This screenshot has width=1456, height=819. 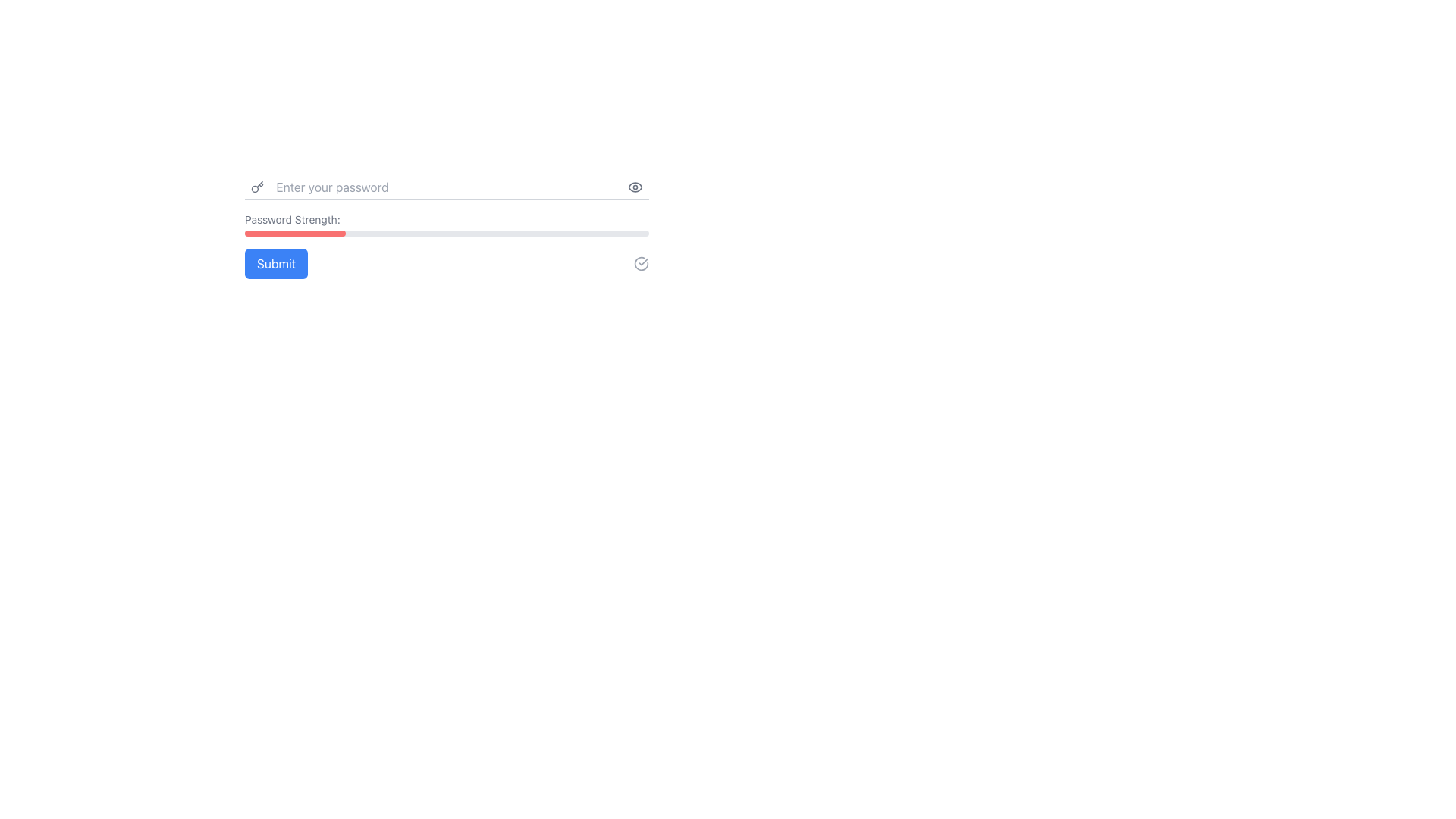 What do you see at coordinates (257, 186) in the screenshot?
I see `the key icon, which is gray and located to the left of the 'Enter your password' text input field` at bounding box center [257, 186].